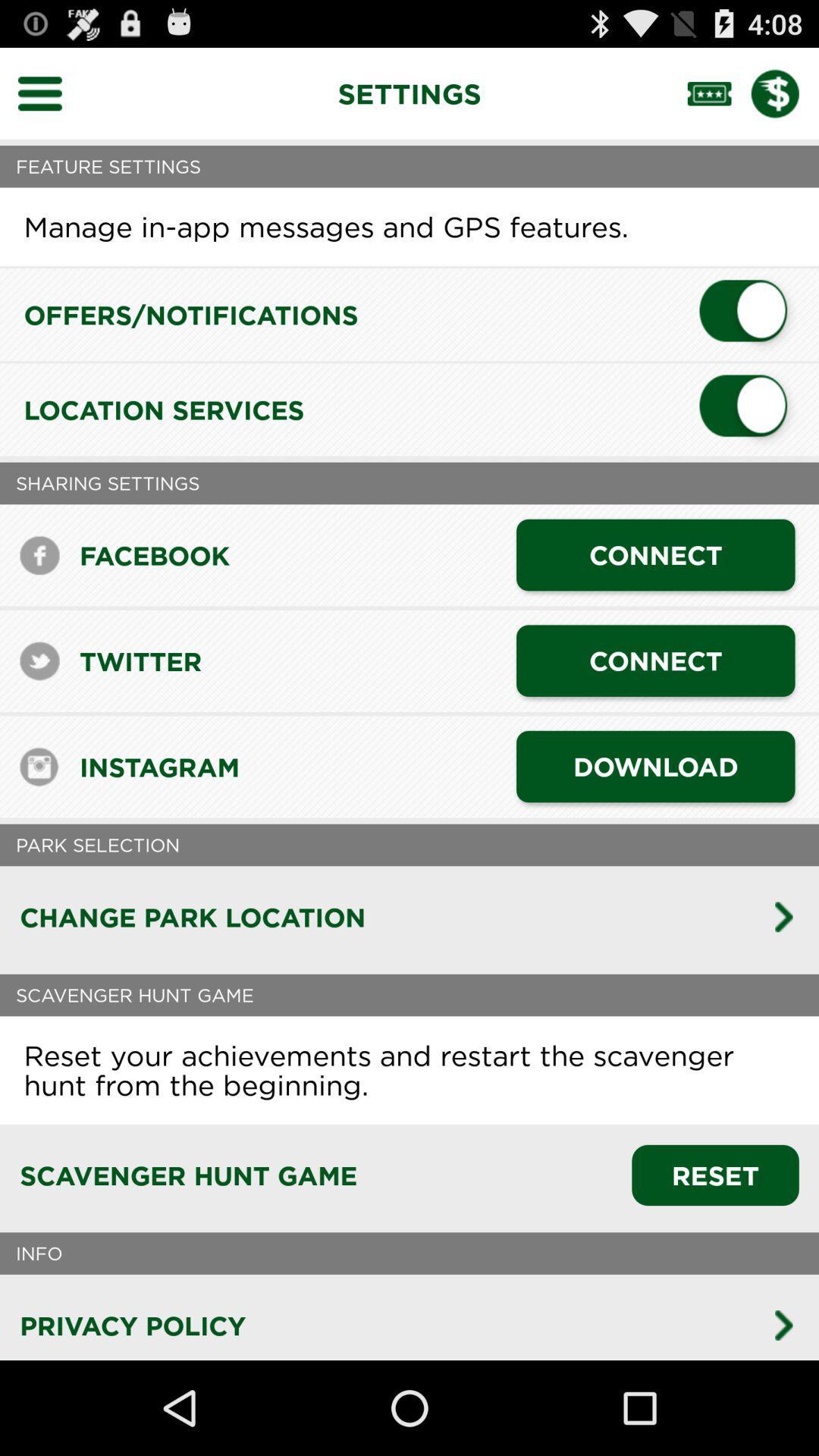 The image size is (819, 1456). I want to click on the download item, so click(654, 767).